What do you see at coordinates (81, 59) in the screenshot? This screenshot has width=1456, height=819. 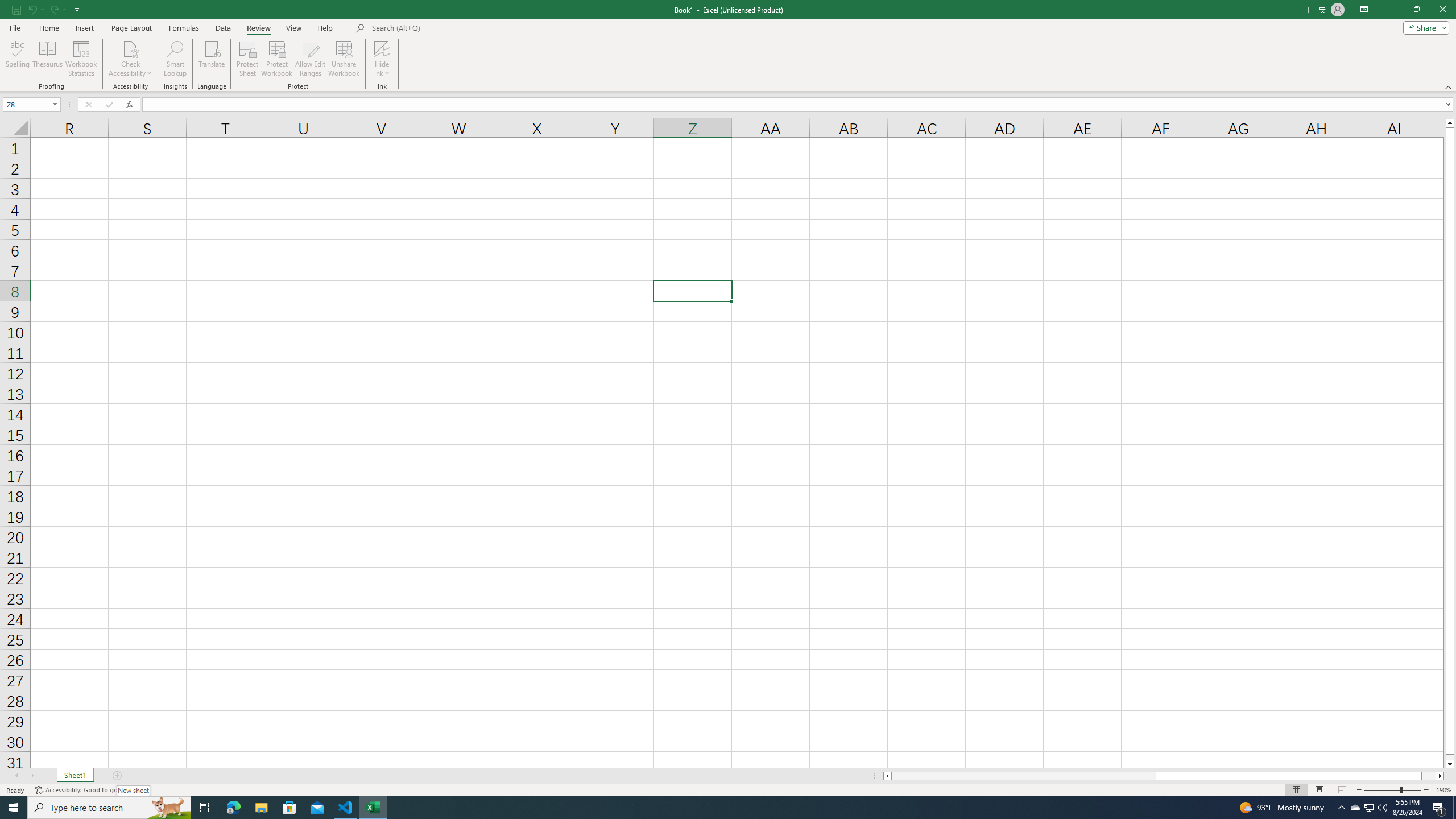 I see `'Workbook Statistics'` at bounding box center [81, 59].